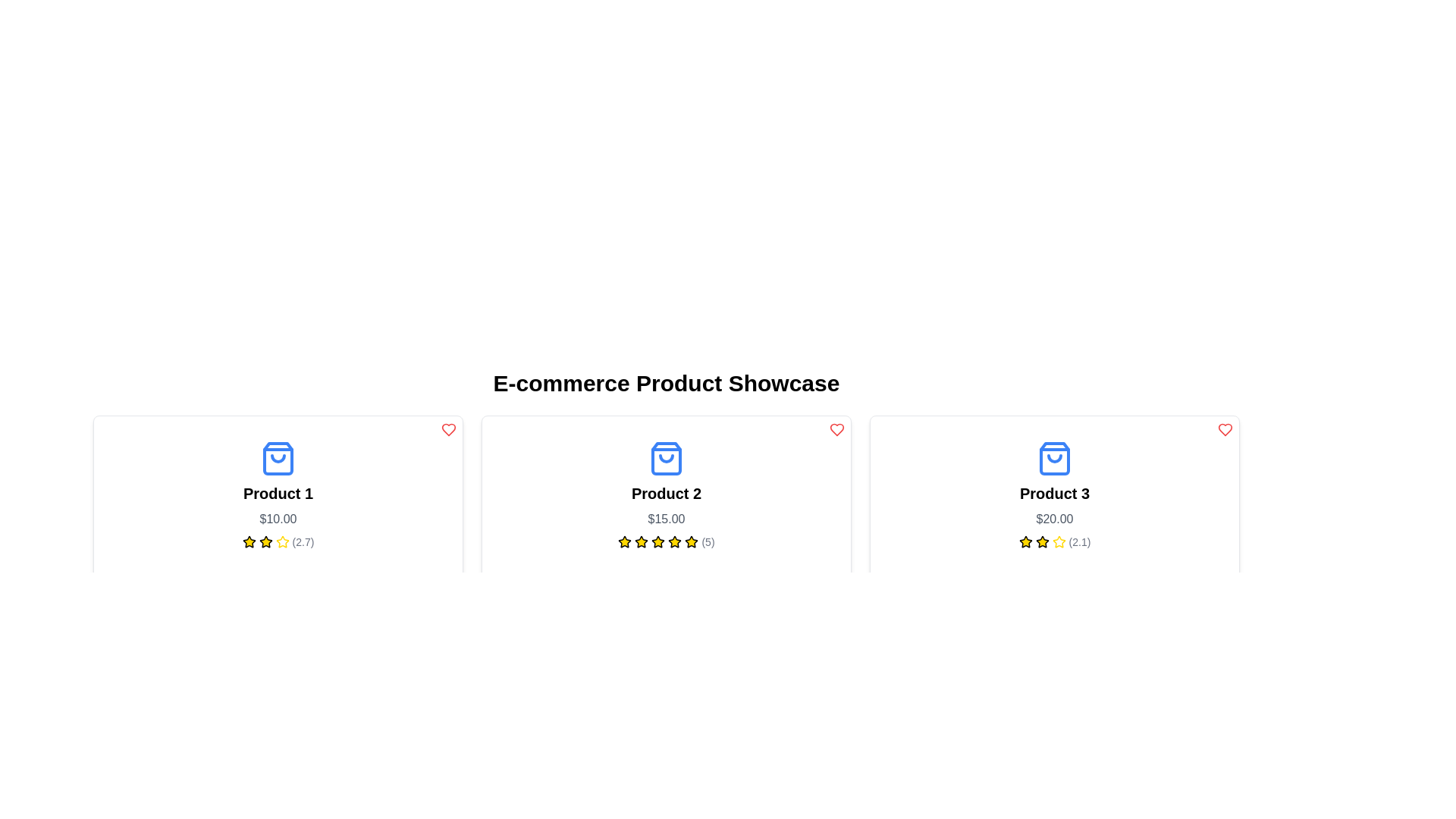 Image resolution: width=1456 pixels, height=819 pixels. What do you see at coordinates (674, 541) in the screenshot?
I see `the fifth star in the 5-star rating system located below the product information in the center card of the product showcase layout` at bounding box center [674, 541].